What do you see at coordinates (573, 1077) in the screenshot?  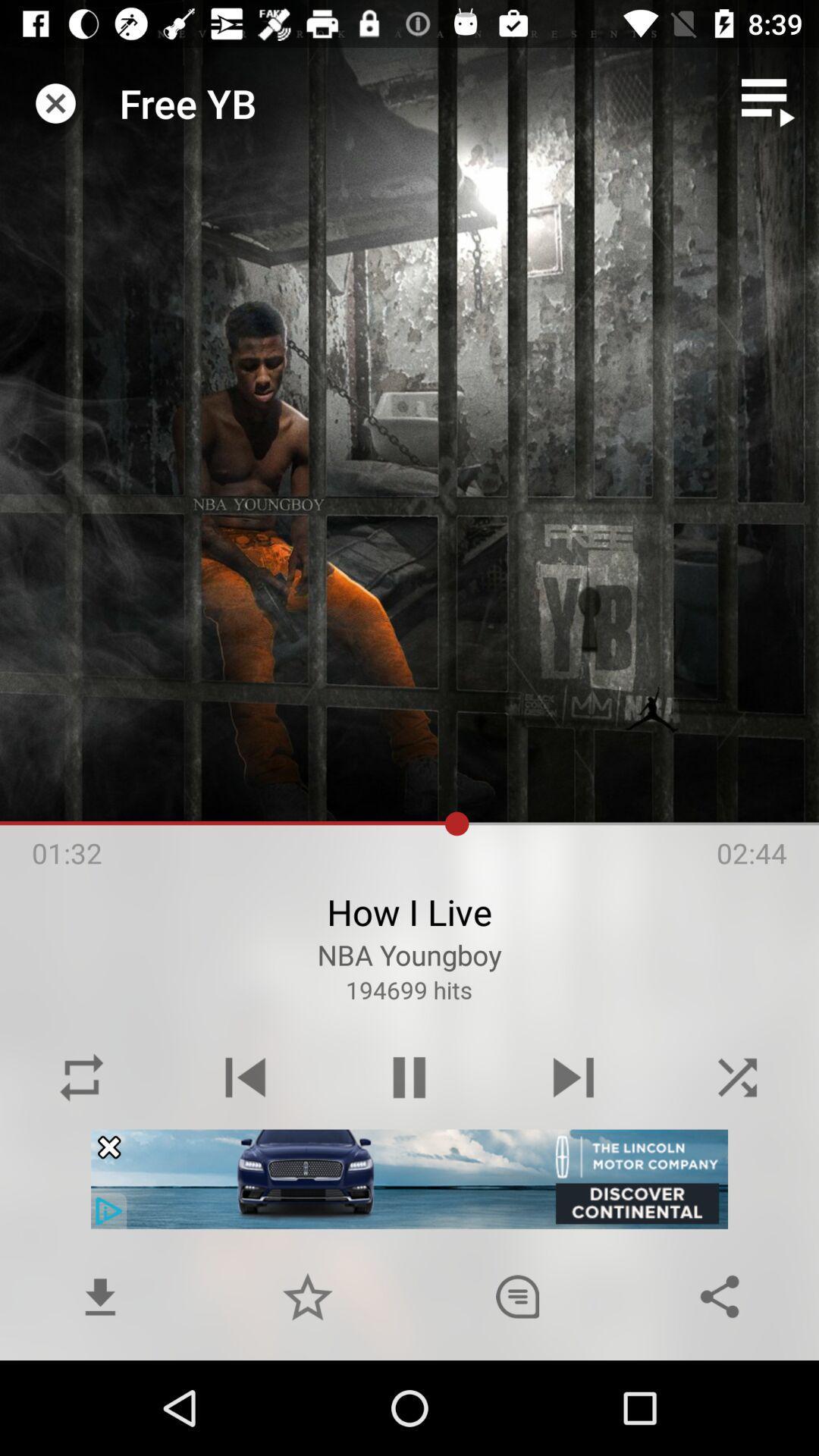 I see `the skip_next icon` at bounding box center [573, 1077].